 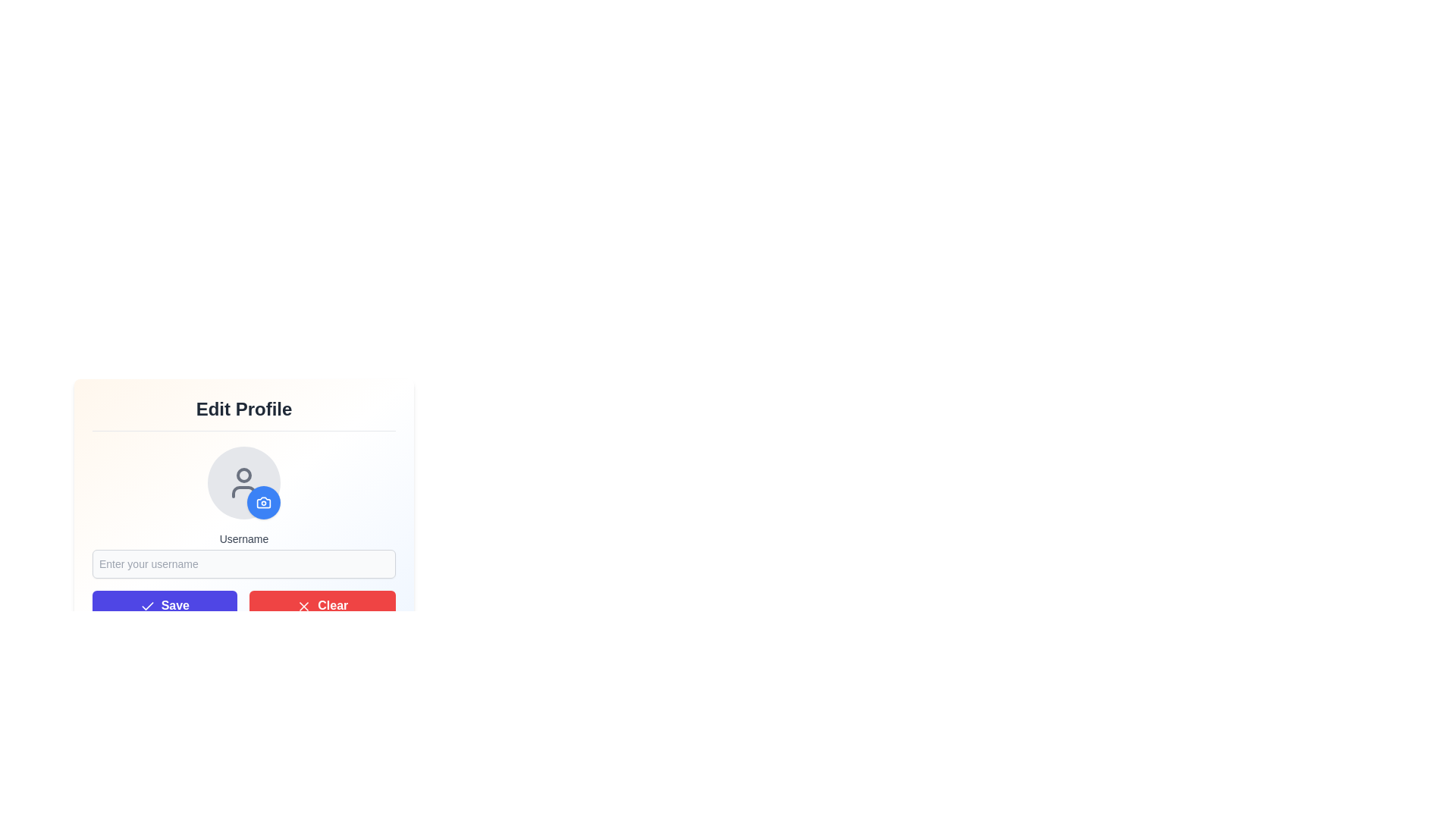 I want to click on the username text input field located below the 'Username' label in the user profile editing interface by pressing the tab key, so click(x=243, y=564).